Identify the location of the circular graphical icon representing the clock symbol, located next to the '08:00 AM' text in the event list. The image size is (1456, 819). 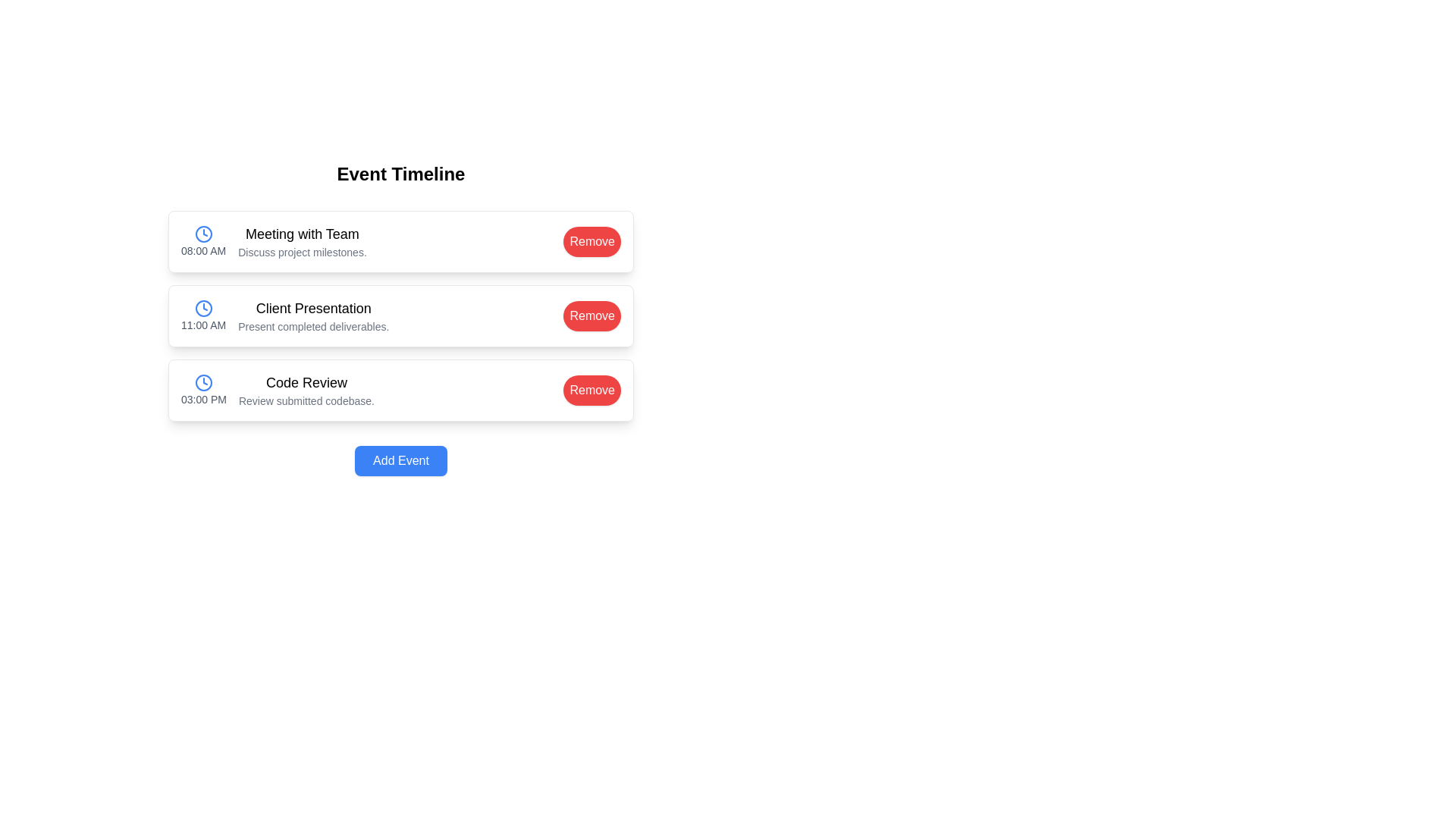
(202, 234).